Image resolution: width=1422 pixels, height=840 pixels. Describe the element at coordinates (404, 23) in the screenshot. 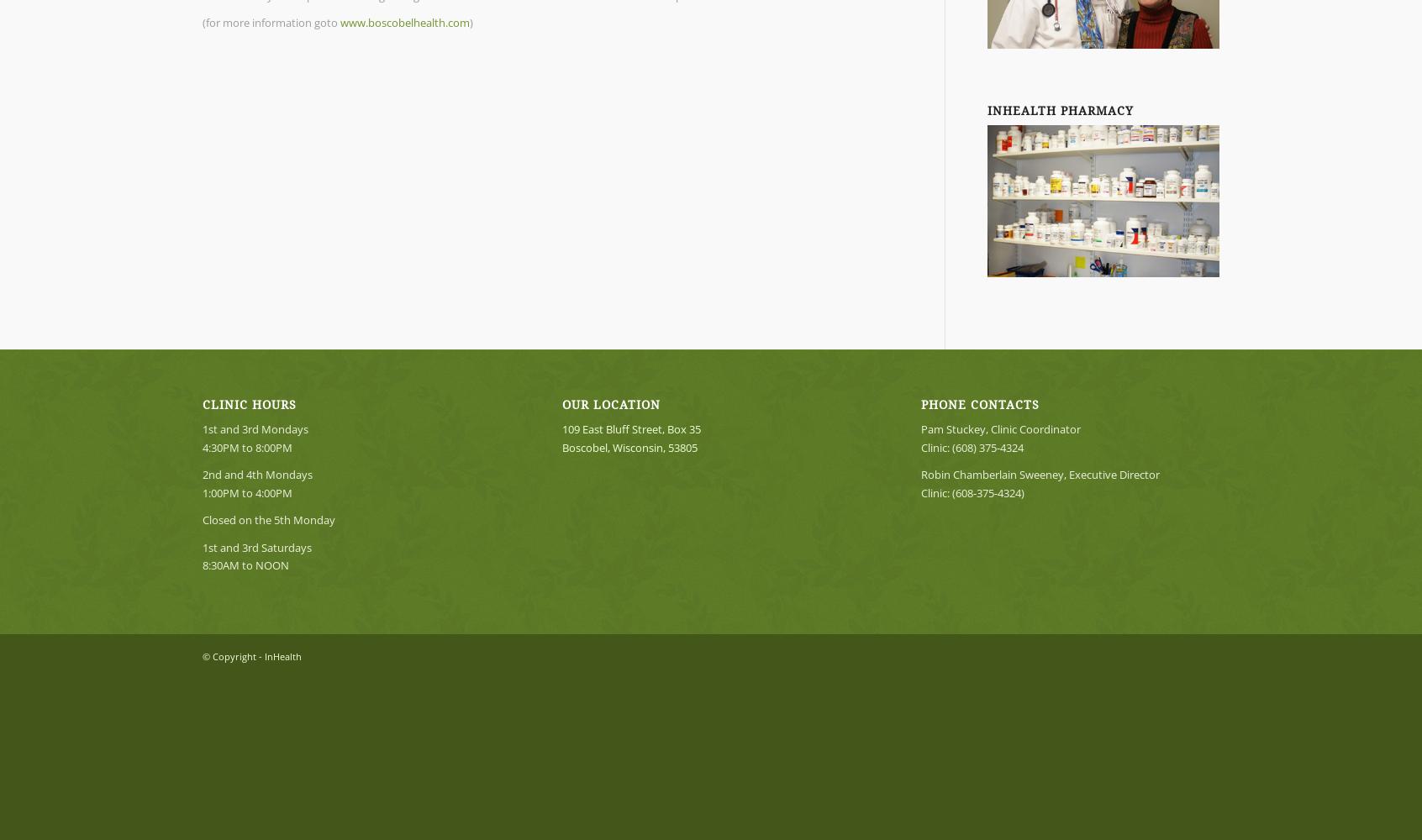

I see `'www.boscobelhealth.com'` at that location.